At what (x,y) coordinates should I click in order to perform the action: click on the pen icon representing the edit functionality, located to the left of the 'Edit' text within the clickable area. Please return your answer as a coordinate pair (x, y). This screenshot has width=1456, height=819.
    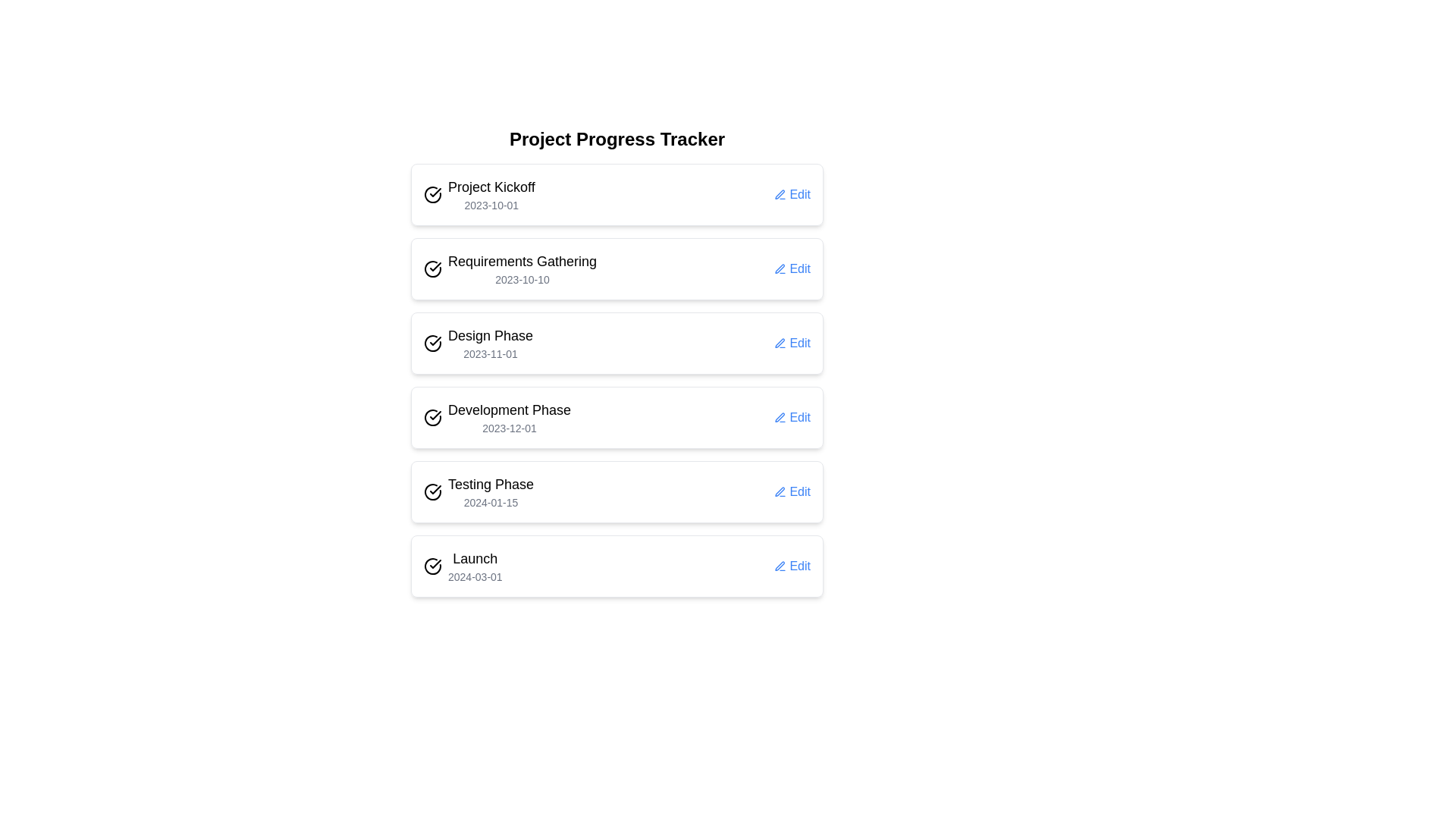
    Looking at the image, I should click on (780, 418).